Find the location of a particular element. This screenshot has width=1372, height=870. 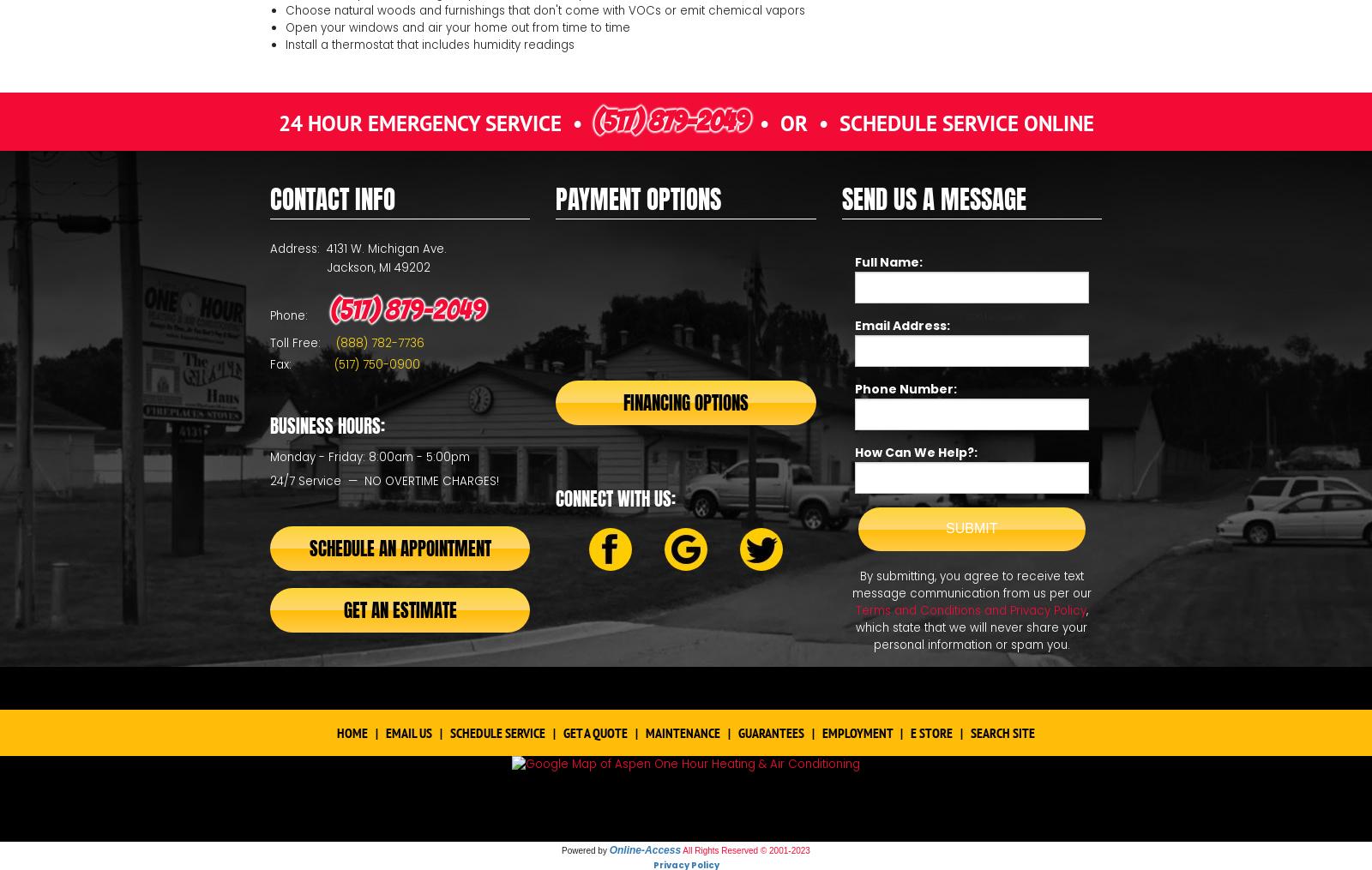

'24/7 Service  —  NO OVERTIME CHARGES!' is located at coordinates (383, 480).